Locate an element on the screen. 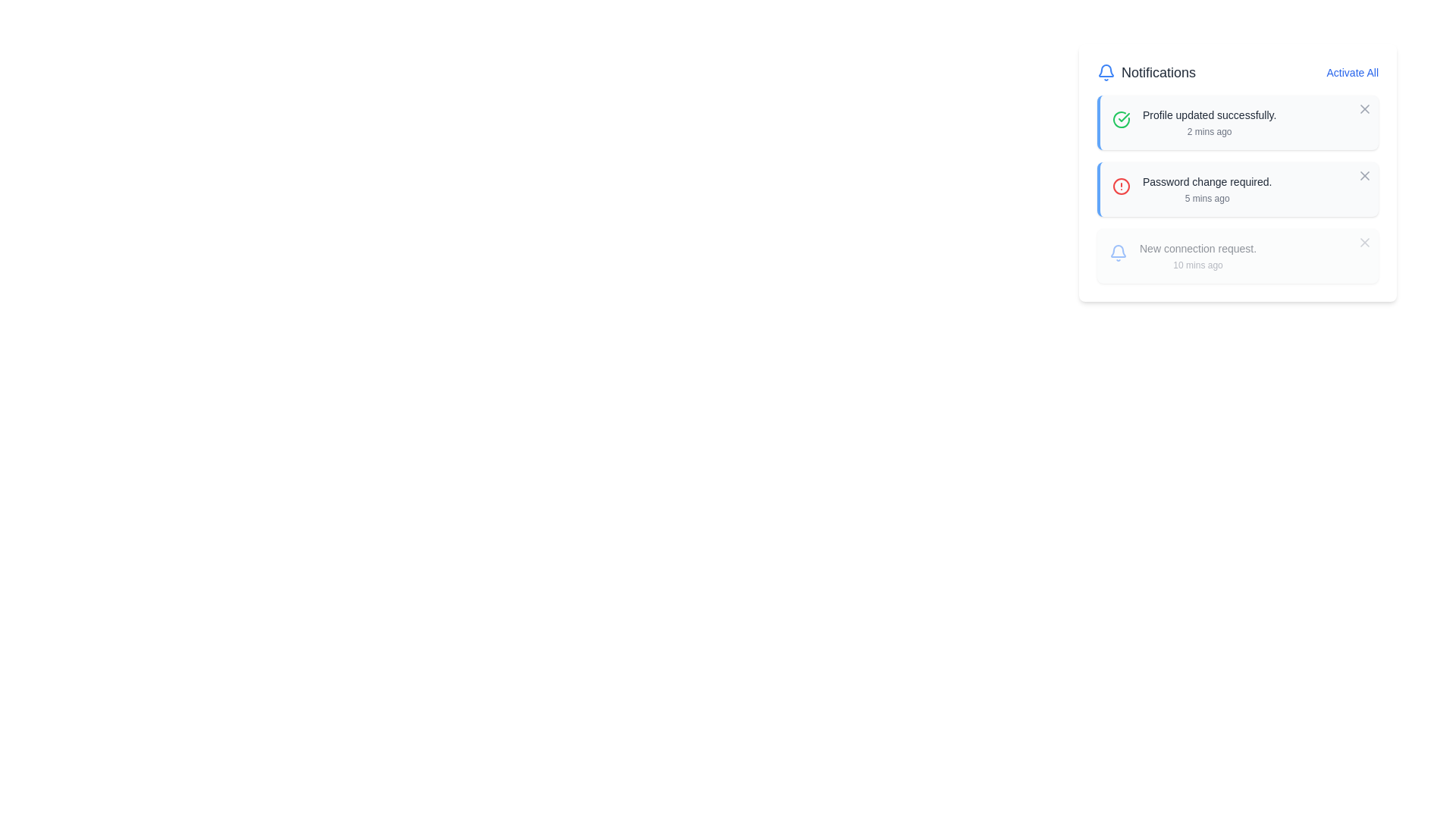  the text label that serves as a notification message indicating a successful profile update, which is the first item in the notifications panel, positioned above the '2 mins ago' text is located at coordinates (1209, 114).